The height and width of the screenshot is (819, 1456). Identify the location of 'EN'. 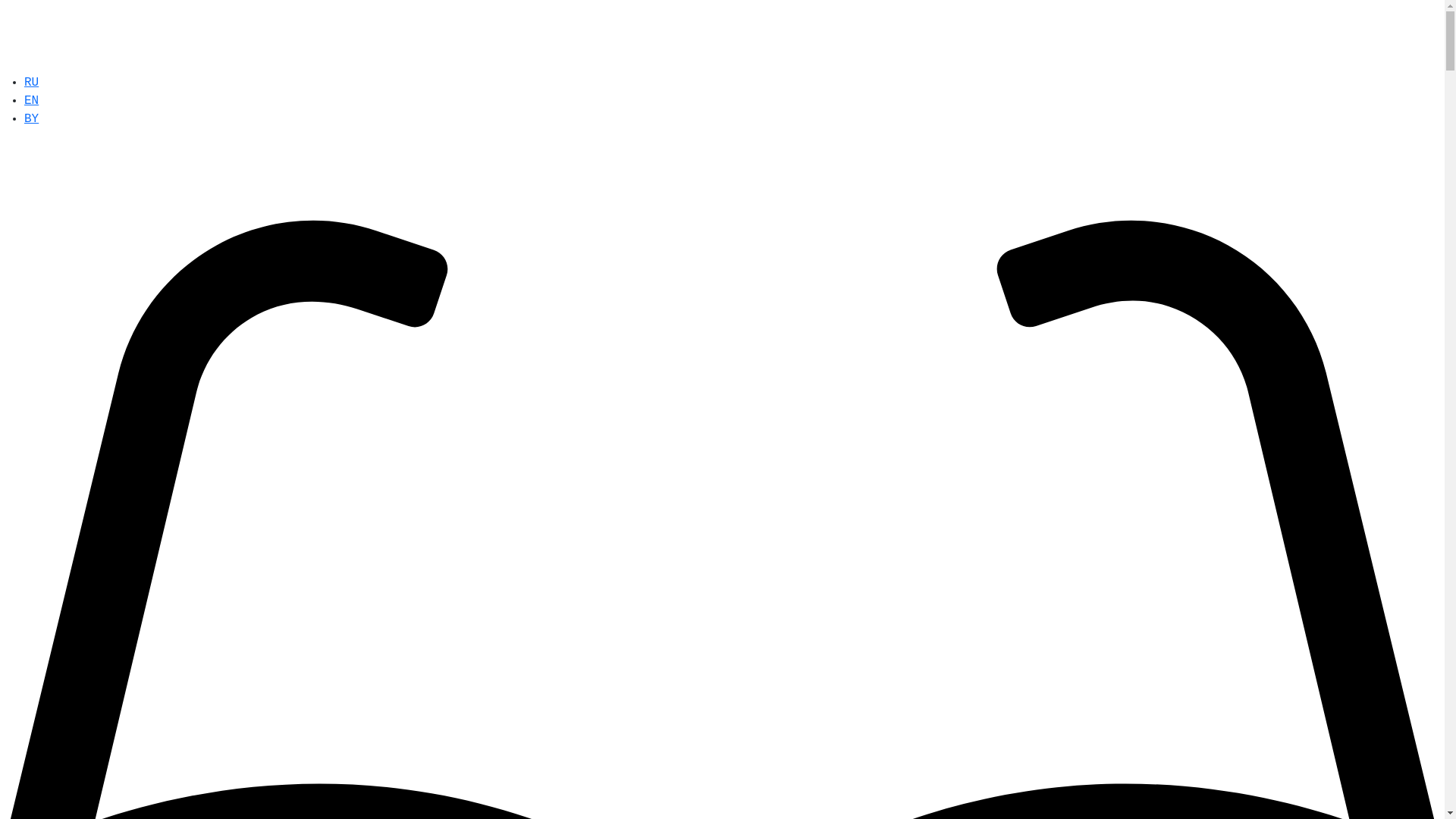
(31, 100).